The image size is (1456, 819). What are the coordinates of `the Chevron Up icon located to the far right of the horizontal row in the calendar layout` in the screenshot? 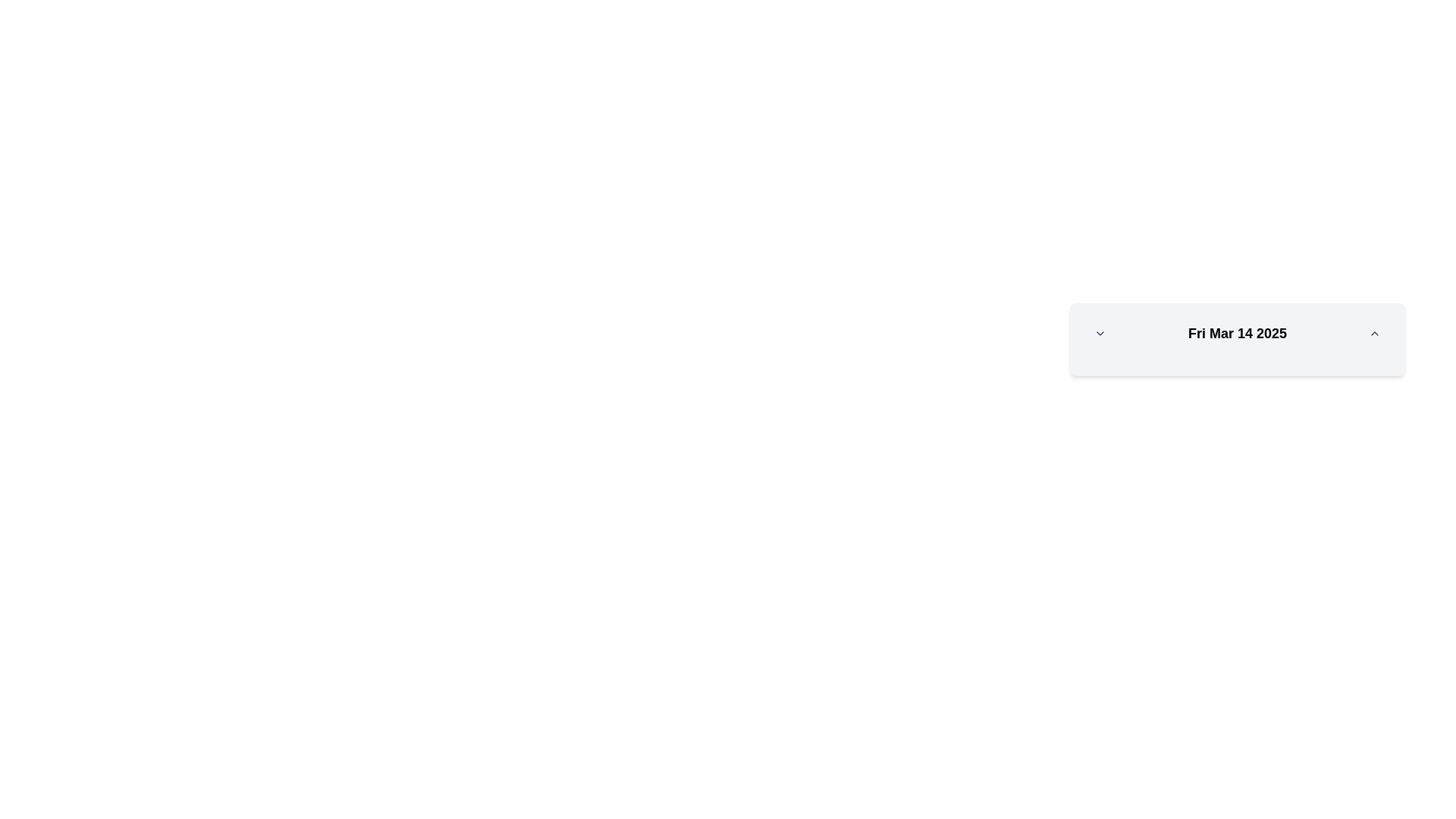 It's located at (1375, 332).